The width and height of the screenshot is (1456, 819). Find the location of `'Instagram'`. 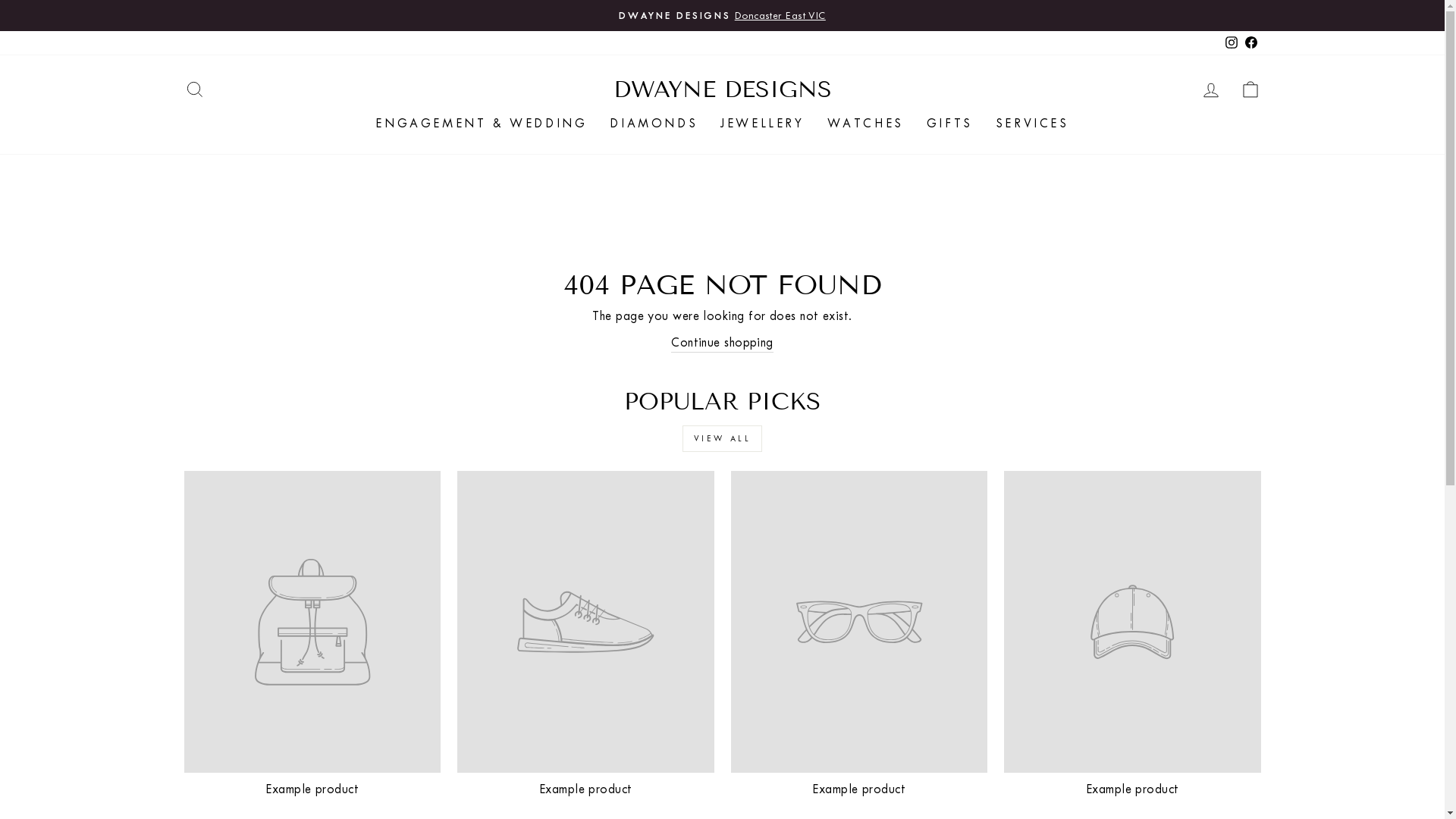

'Instagram' is located at coordinates (1230, 42).